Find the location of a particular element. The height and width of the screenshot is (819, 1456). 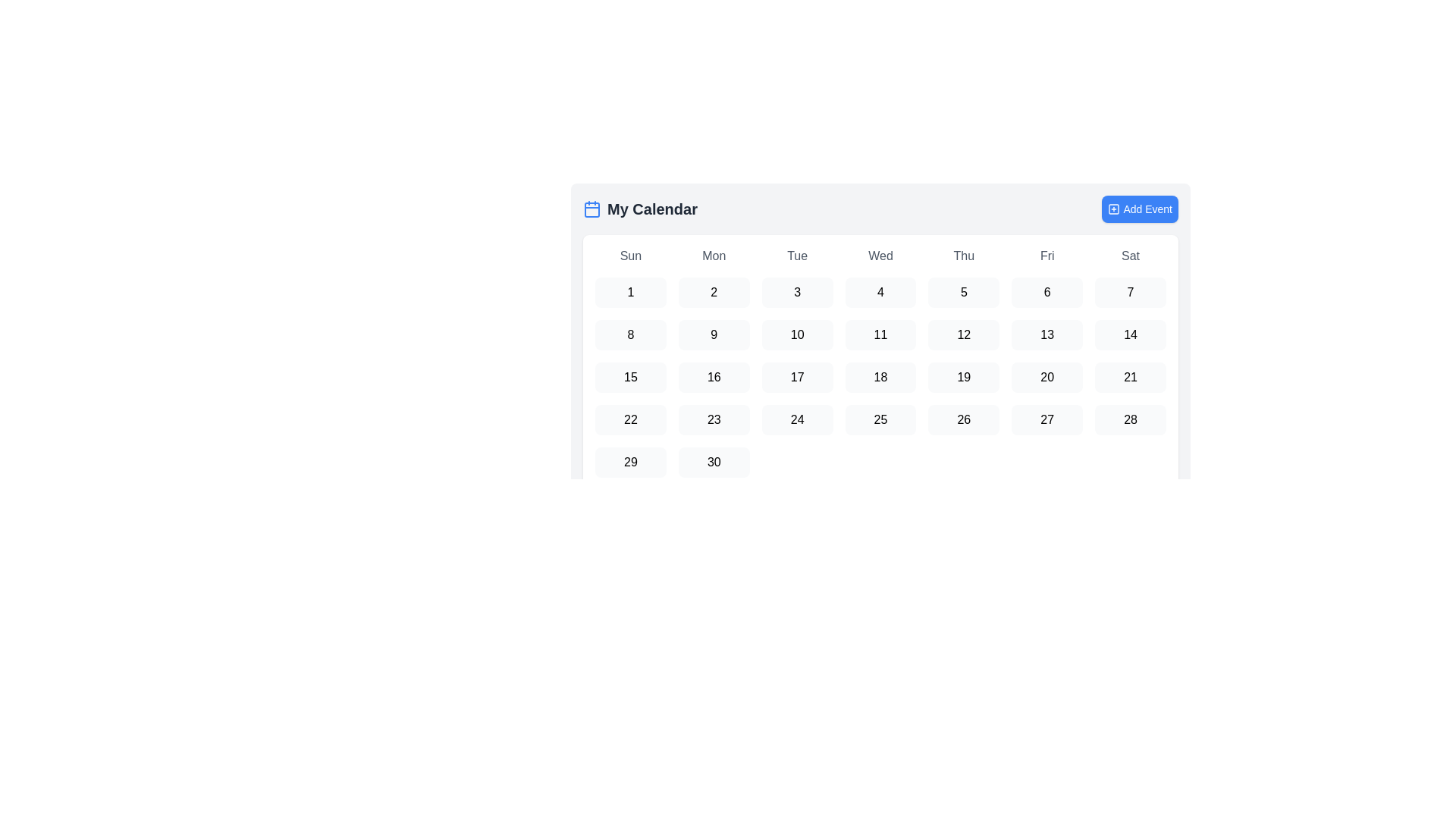

the Date button located in the calendar grid under 'Mon', specifically in the fourth row and second column is located at coordinates (713, 376).